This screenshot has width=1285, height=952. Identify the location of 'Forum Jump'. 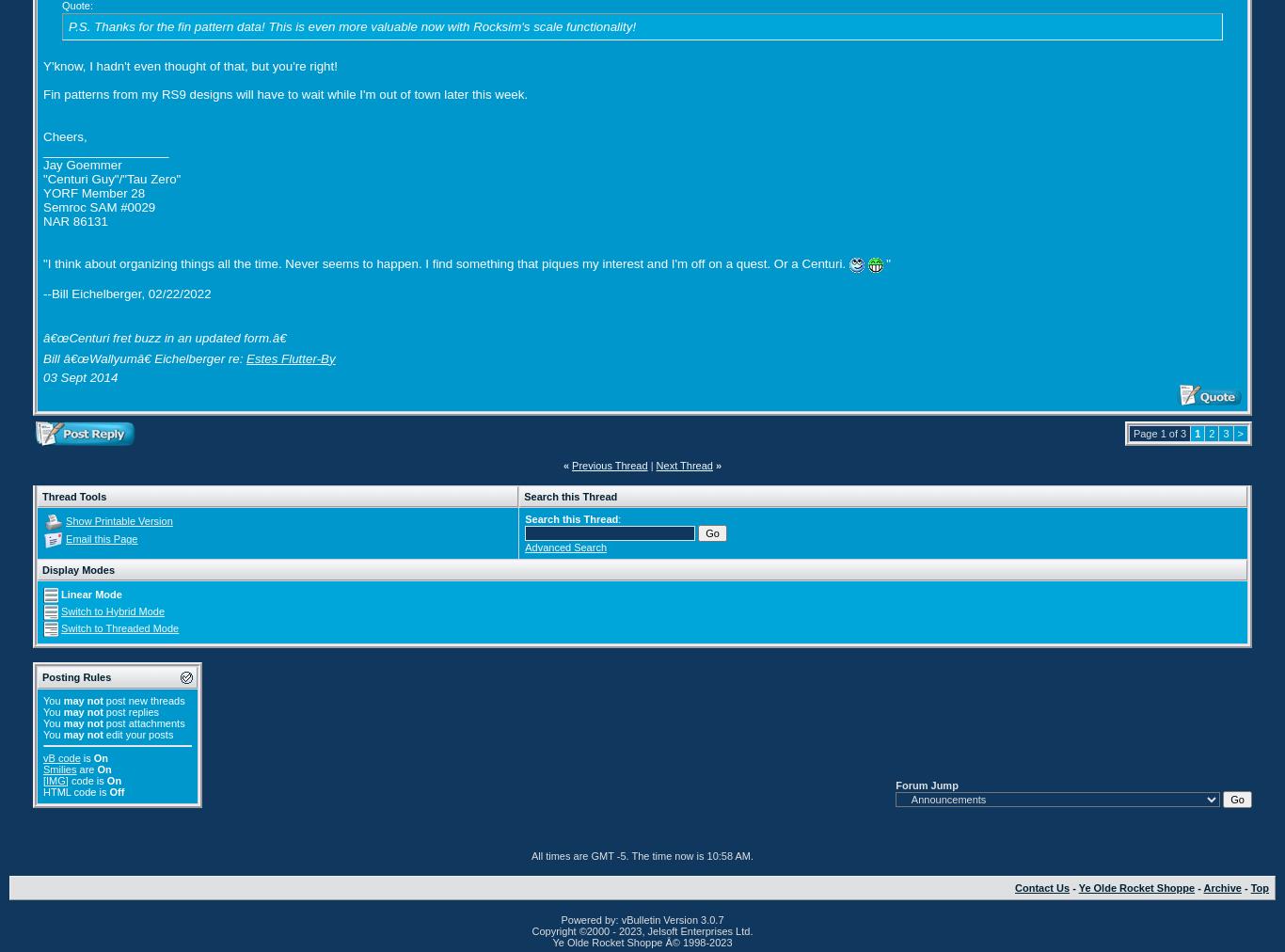
(927, 783).